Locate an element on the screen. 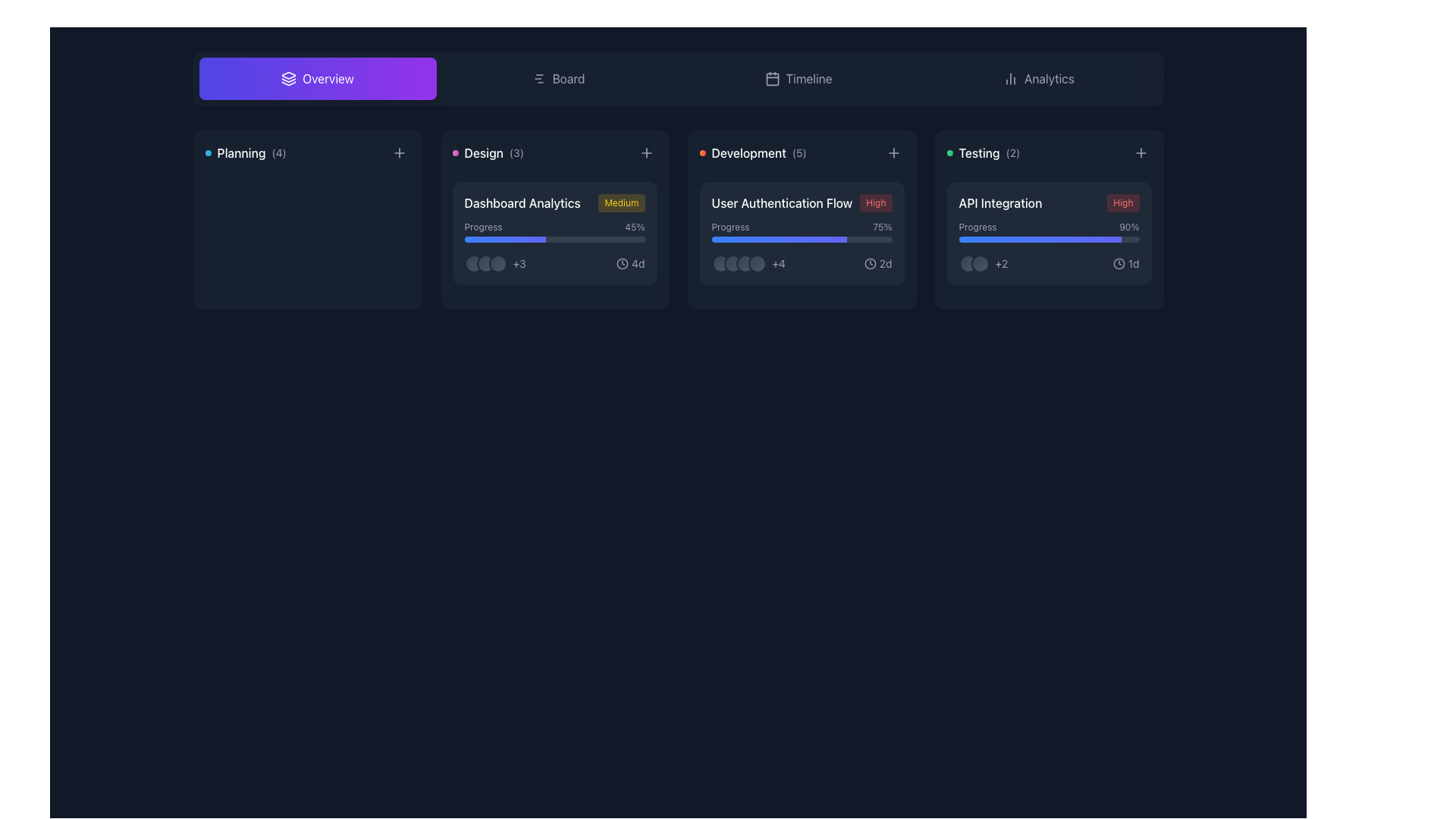  the static text label displaying the count associated with the 'Planning' category, located directly to the right of the text 'Planning' is located at coordinates (279, 152).